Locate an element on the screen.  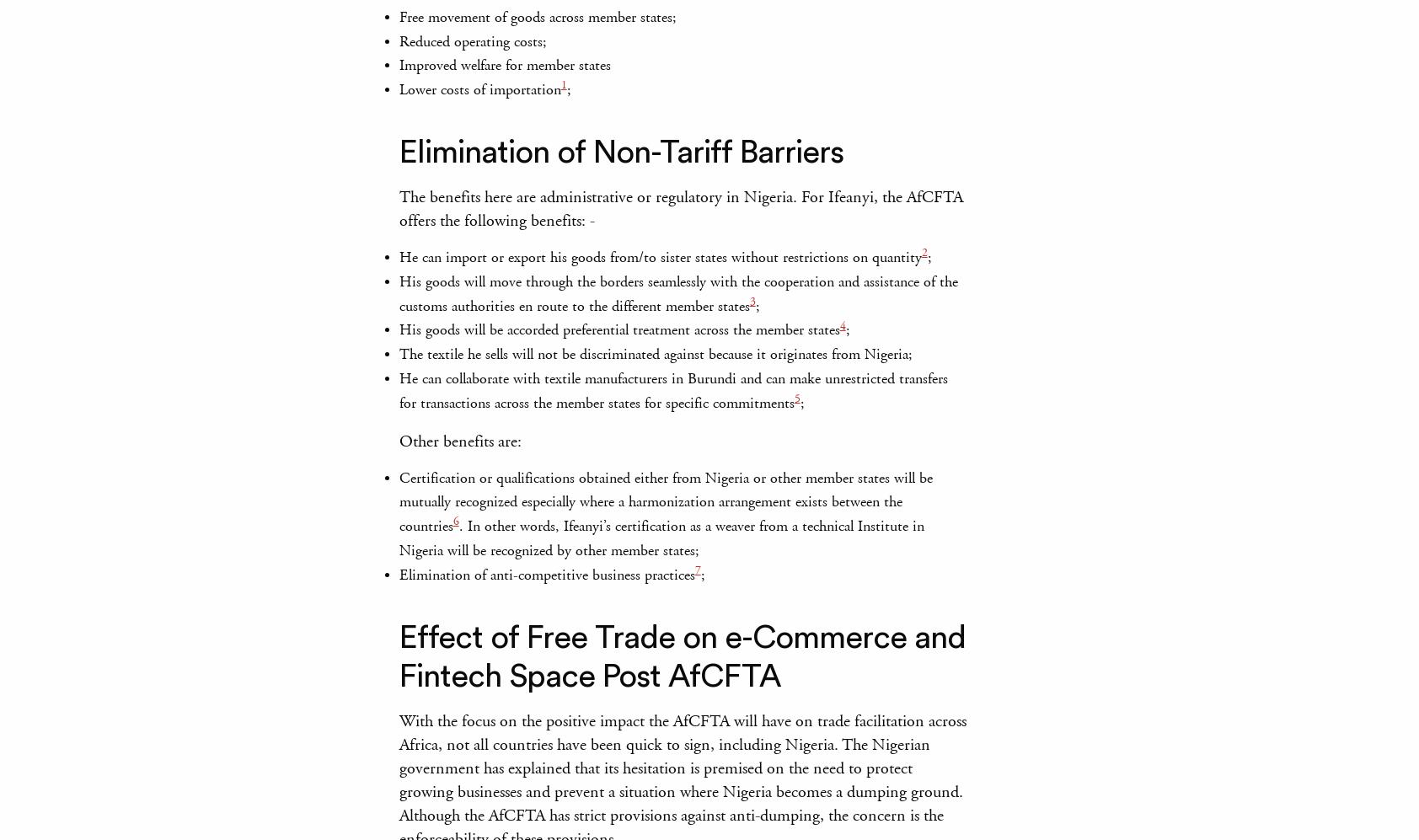
'Certification or qualifications obtained either from Nigeria or other member states will be mutually recognized especially where a harmonization arrangement exists between the countries' is located at coordinates (665, 501).